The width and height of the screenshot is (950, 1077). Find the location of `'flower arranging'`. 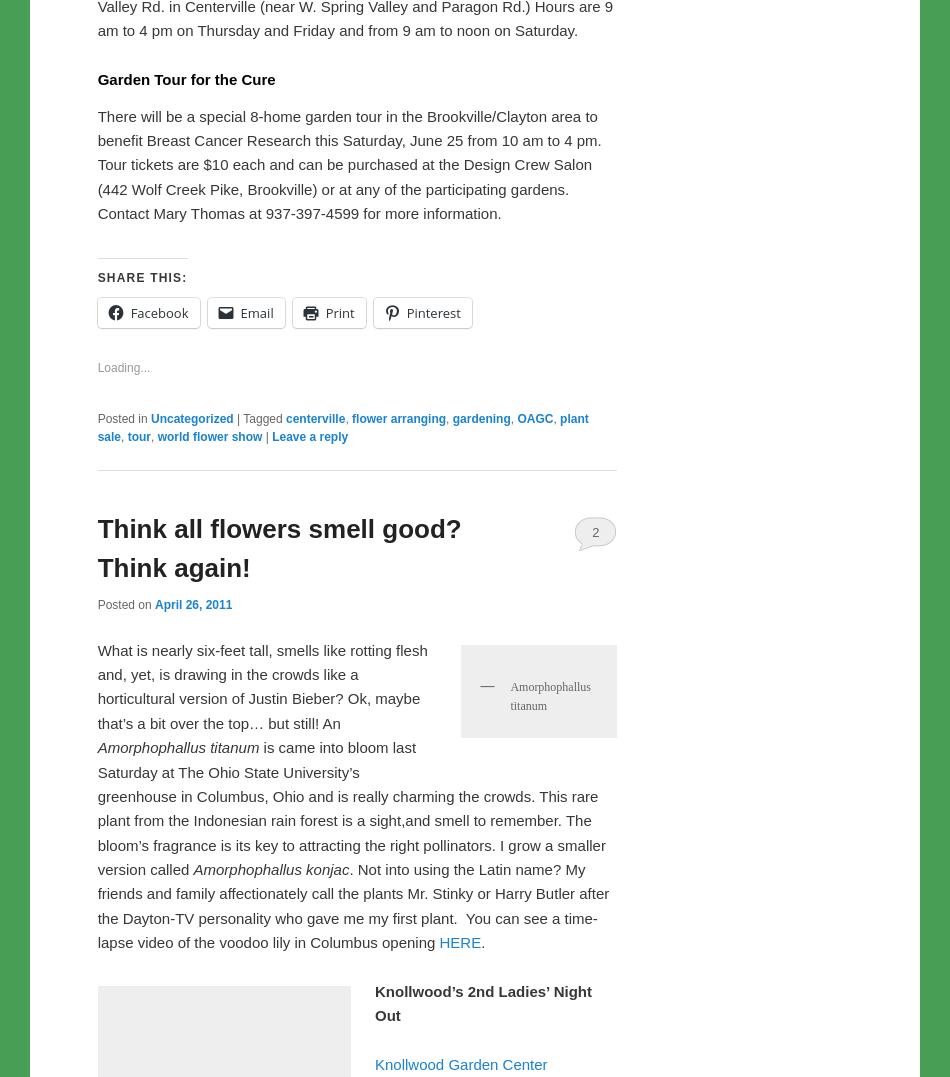

'flower arranging' is located at coordinates (398, 836).